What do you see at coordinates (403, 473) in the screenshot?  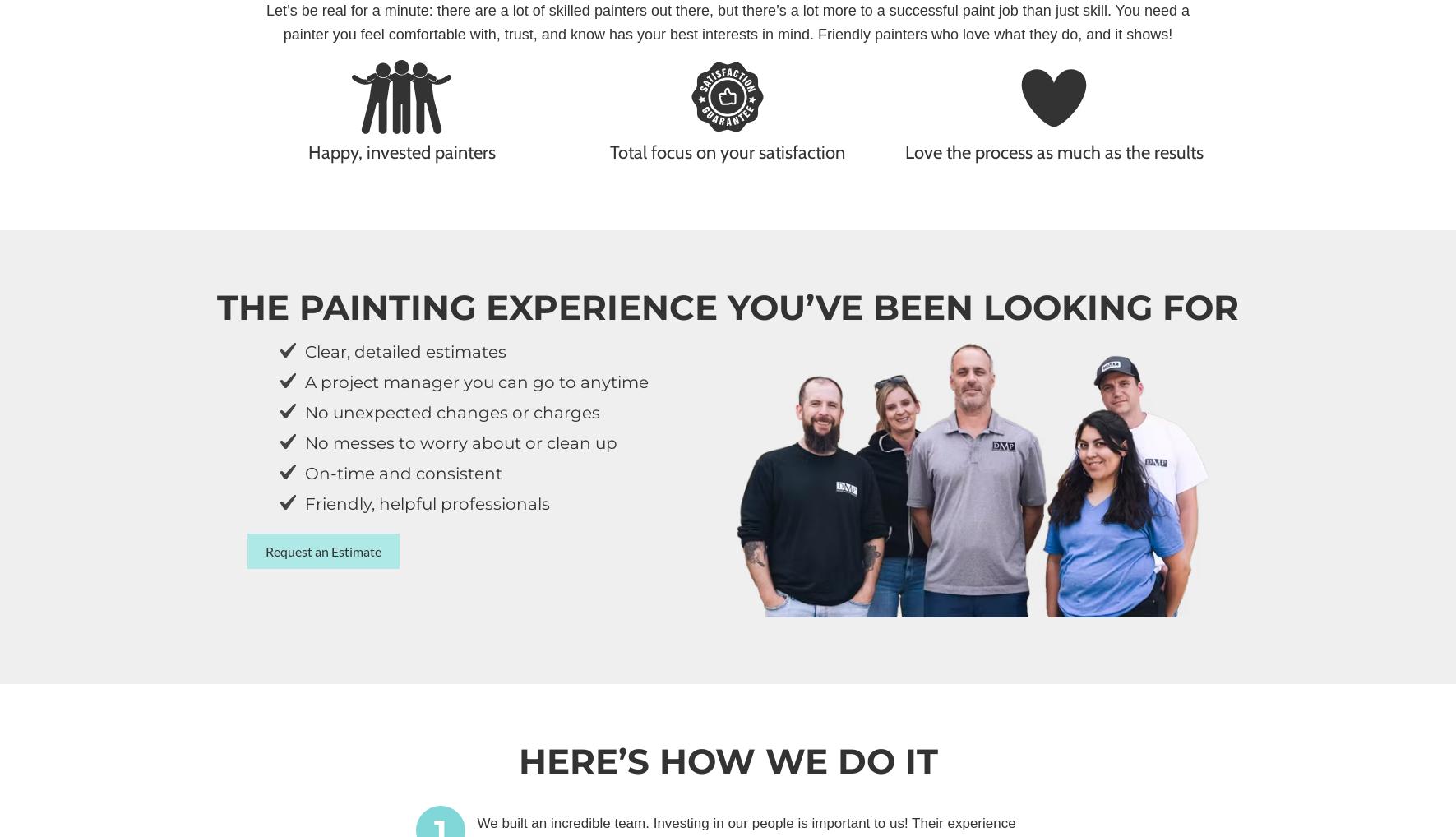 I see `'On-time and consistent'` at bounding box center [403, 473].